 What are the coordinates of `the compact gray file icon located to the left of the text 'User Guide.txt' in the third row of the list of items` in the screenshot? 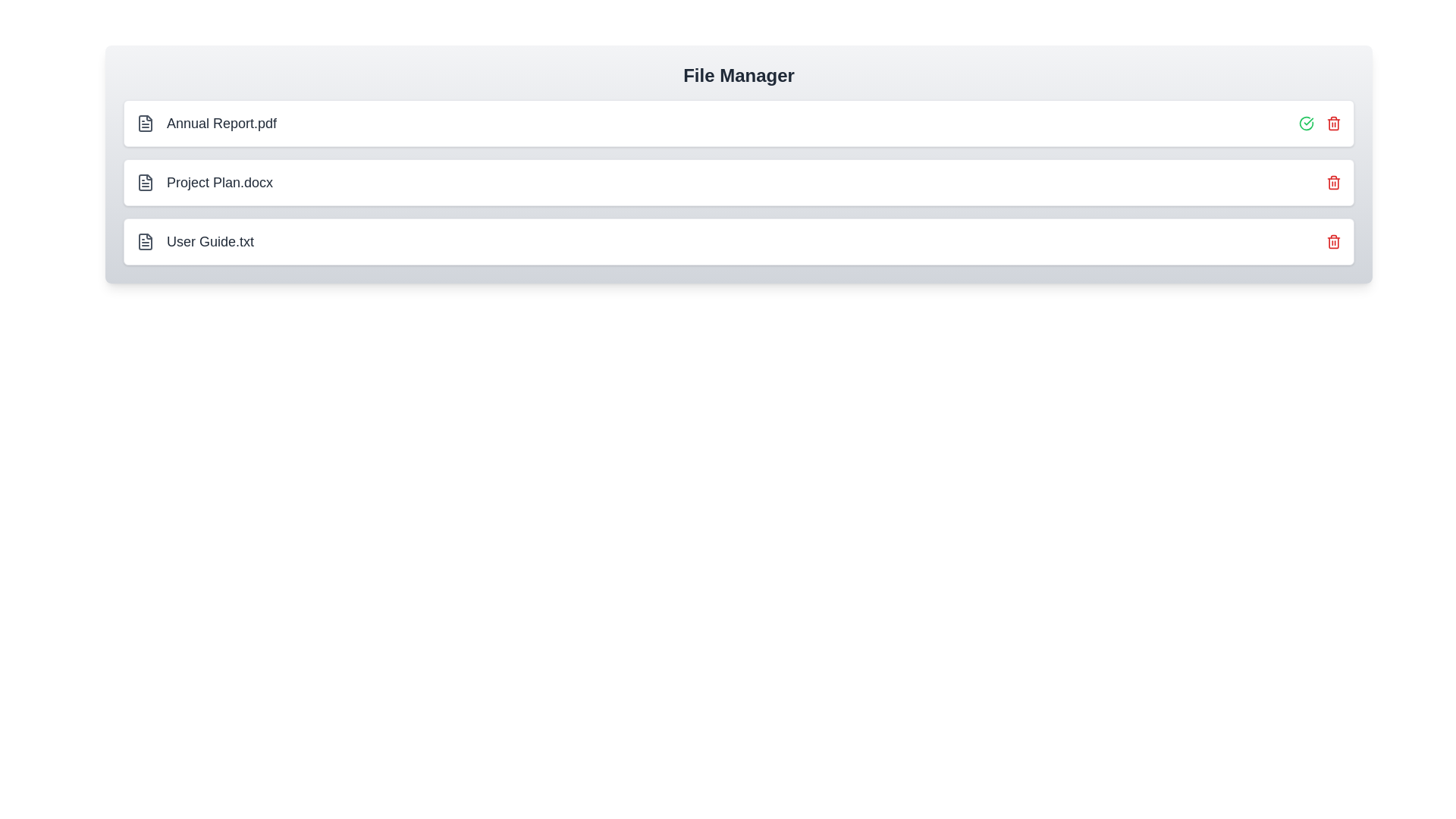 It's located at (146, 241).